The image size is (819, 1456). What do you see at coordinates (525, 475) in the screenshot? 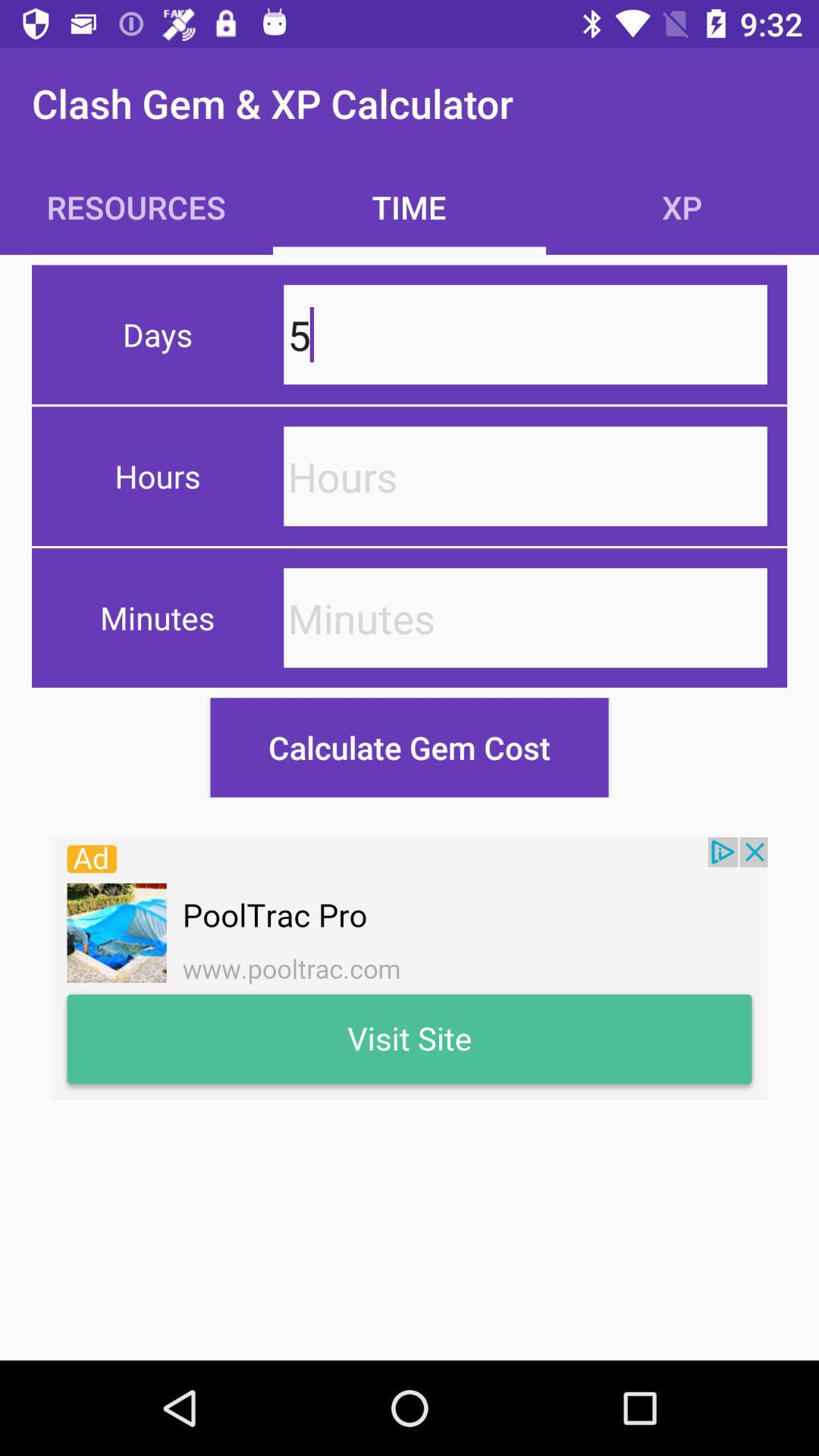
I see `hours` at bounding box center [525, 475].